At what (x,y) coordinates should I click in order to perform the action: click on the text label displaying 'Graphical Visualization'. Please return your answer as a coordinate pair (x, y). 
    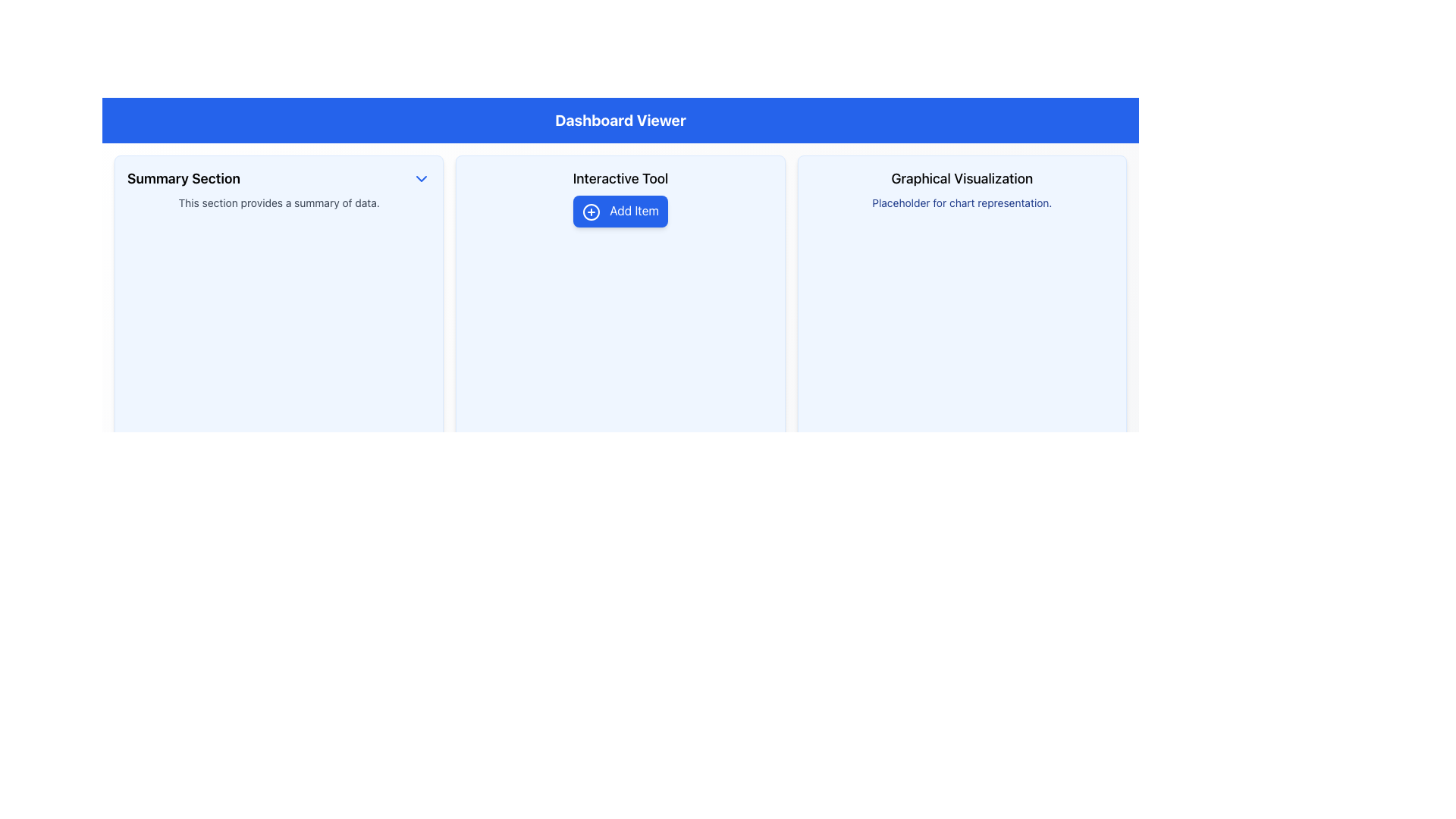
    Looking at the image, I should click on (961, 177).